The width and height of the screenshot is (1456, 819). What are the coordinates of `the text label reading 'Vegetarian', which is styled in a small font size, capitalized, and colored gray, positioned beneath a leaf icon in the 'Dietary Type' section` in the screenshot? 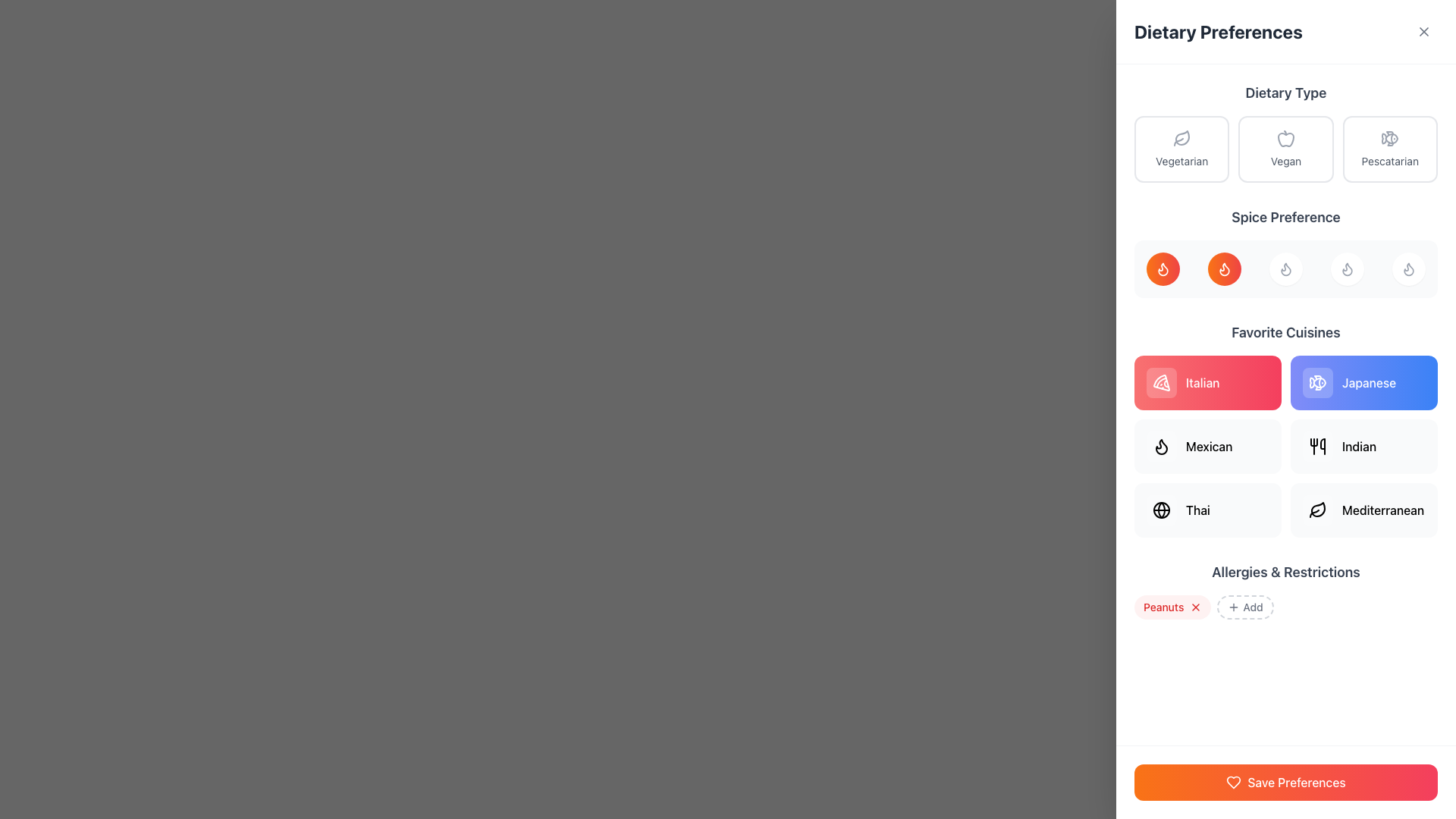 It's located at (1181, 161).